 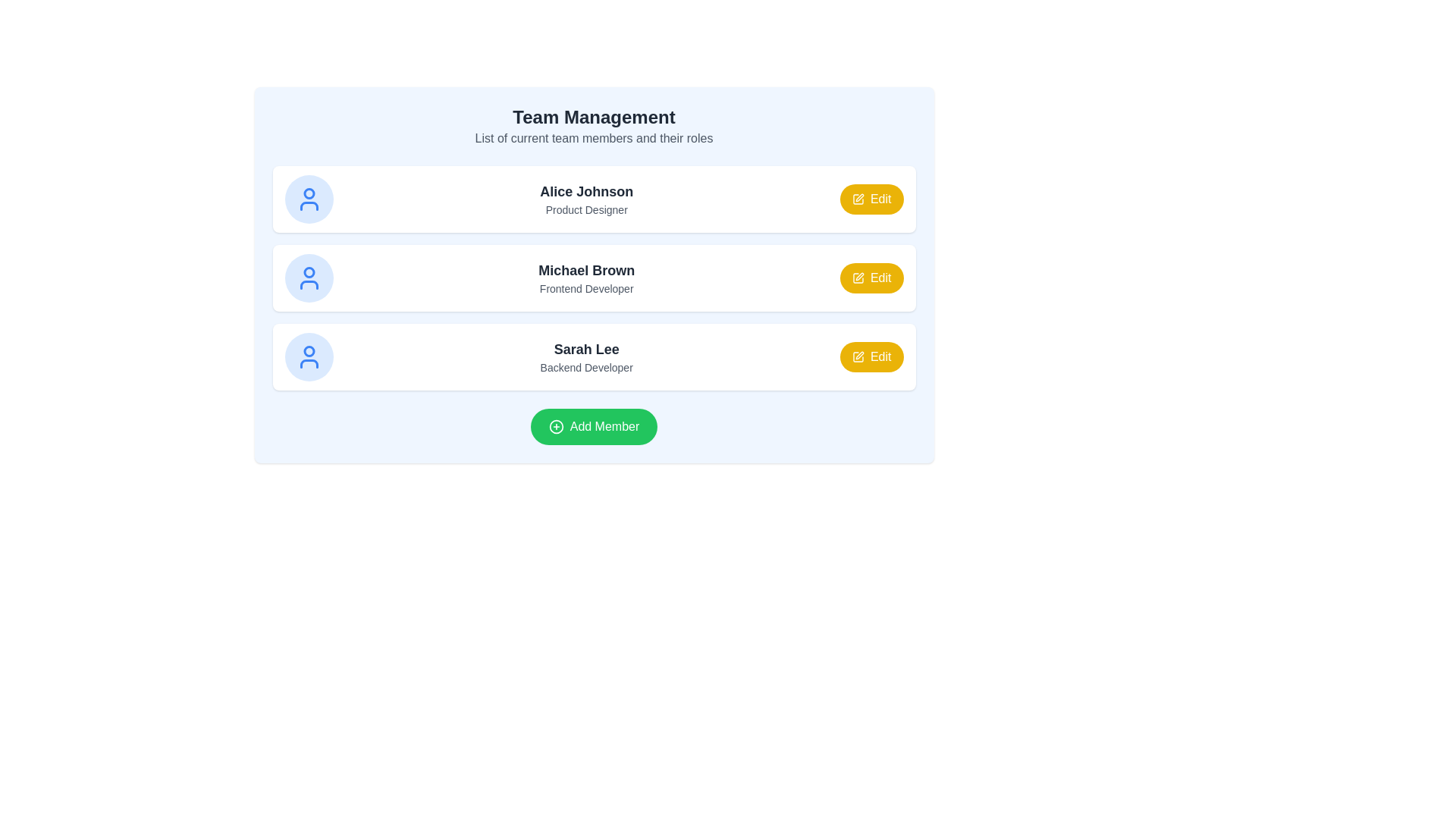 What do you see at coordinates (880, 278) in the screenshot?
I see `the text label 'Edit' within the button component styled with white text on a yellow background, located in the row for 'Michael Brown'` at bounding box center [880, 278].